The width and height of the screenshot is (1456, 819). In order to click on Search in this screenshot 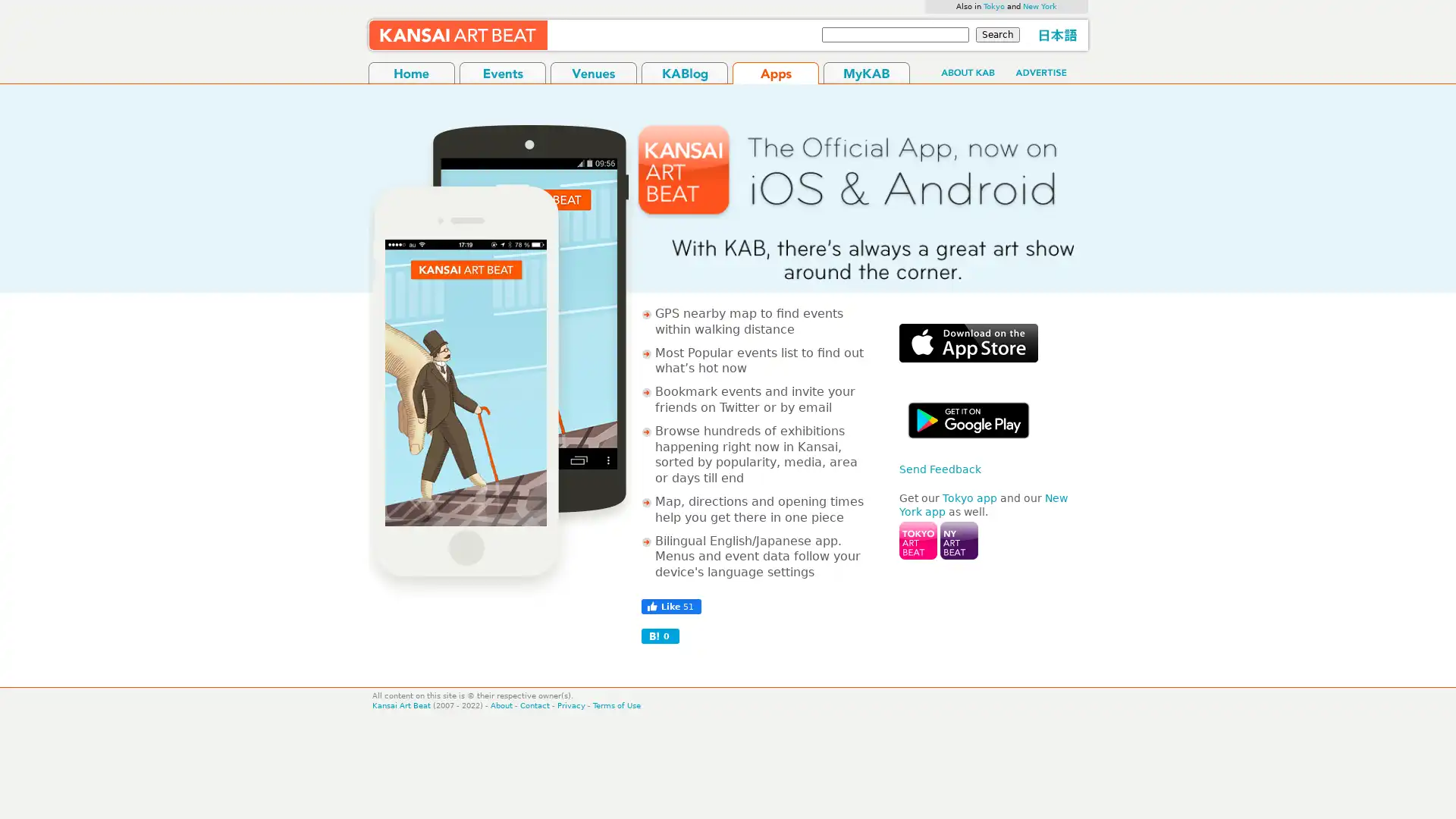, I will do `click(997, 34)`.